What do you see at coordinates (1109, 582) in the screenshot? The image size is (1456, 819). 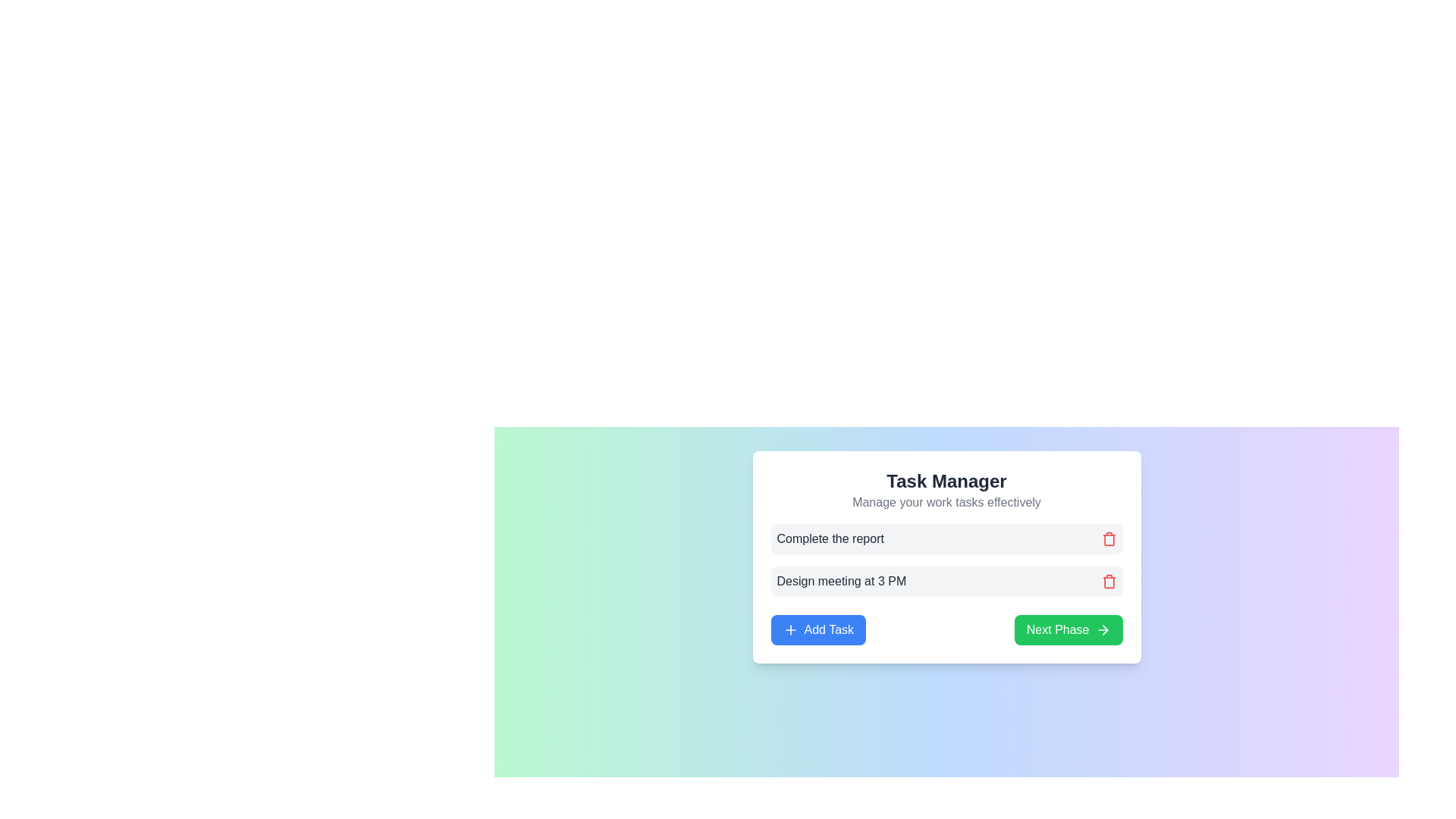 I see `the trash can icon button located to the right of the task entry labeled 'Design meeting at 3 PM'` at bounding box center [1109, 582].